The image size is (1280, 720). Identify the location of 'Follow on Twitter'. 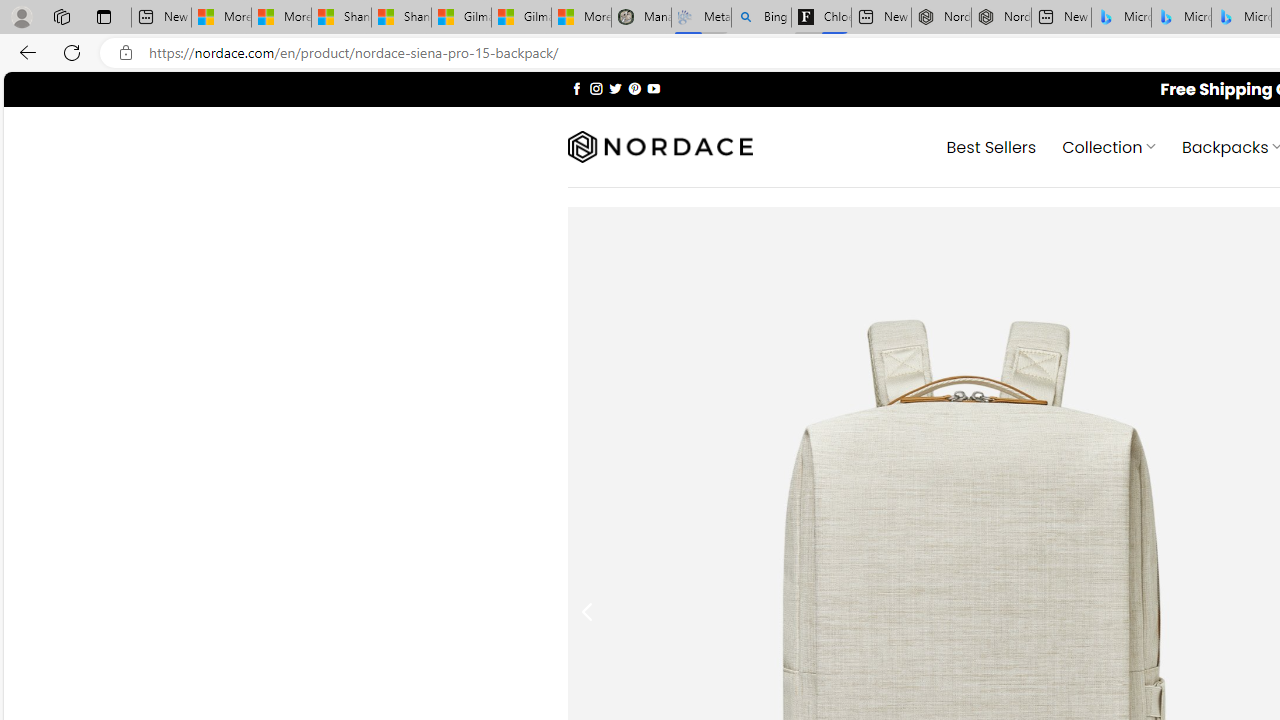
(614, 87).